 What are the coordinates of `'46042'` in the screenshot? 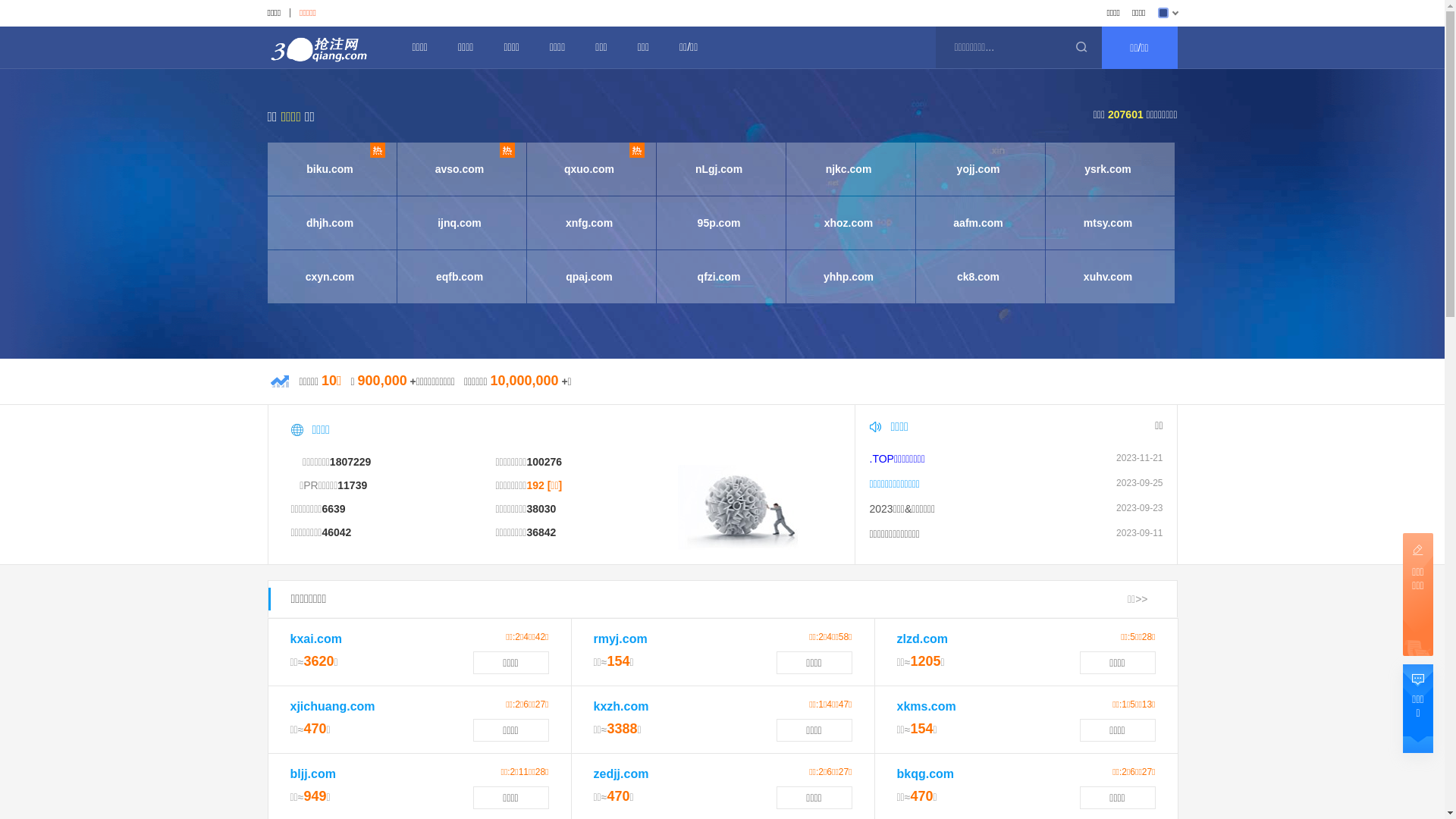 It's located at (335, 532).